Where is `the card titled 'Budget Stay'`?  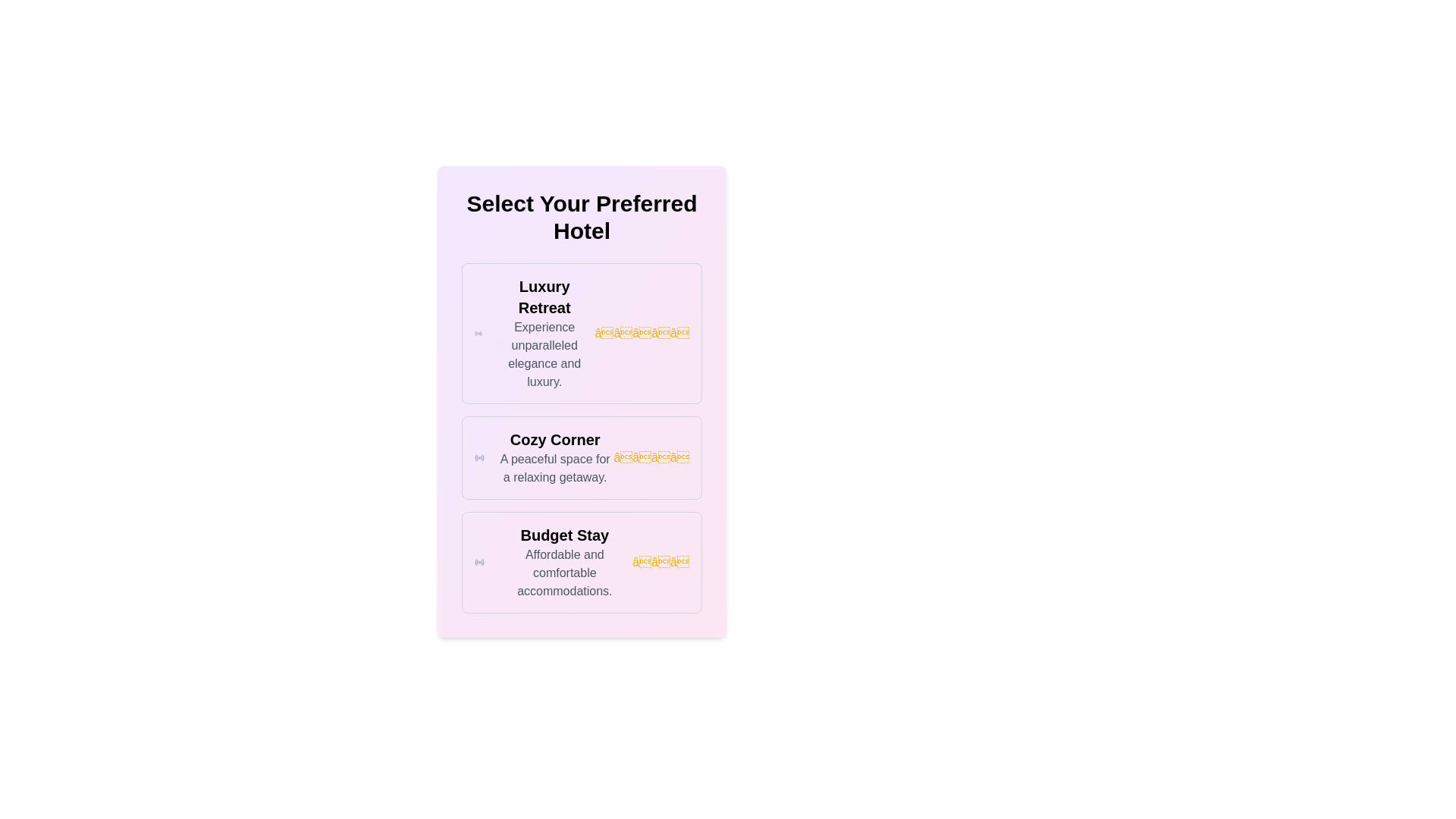 the card titled 'Budget Stay' is located at coordinates (581, 562).